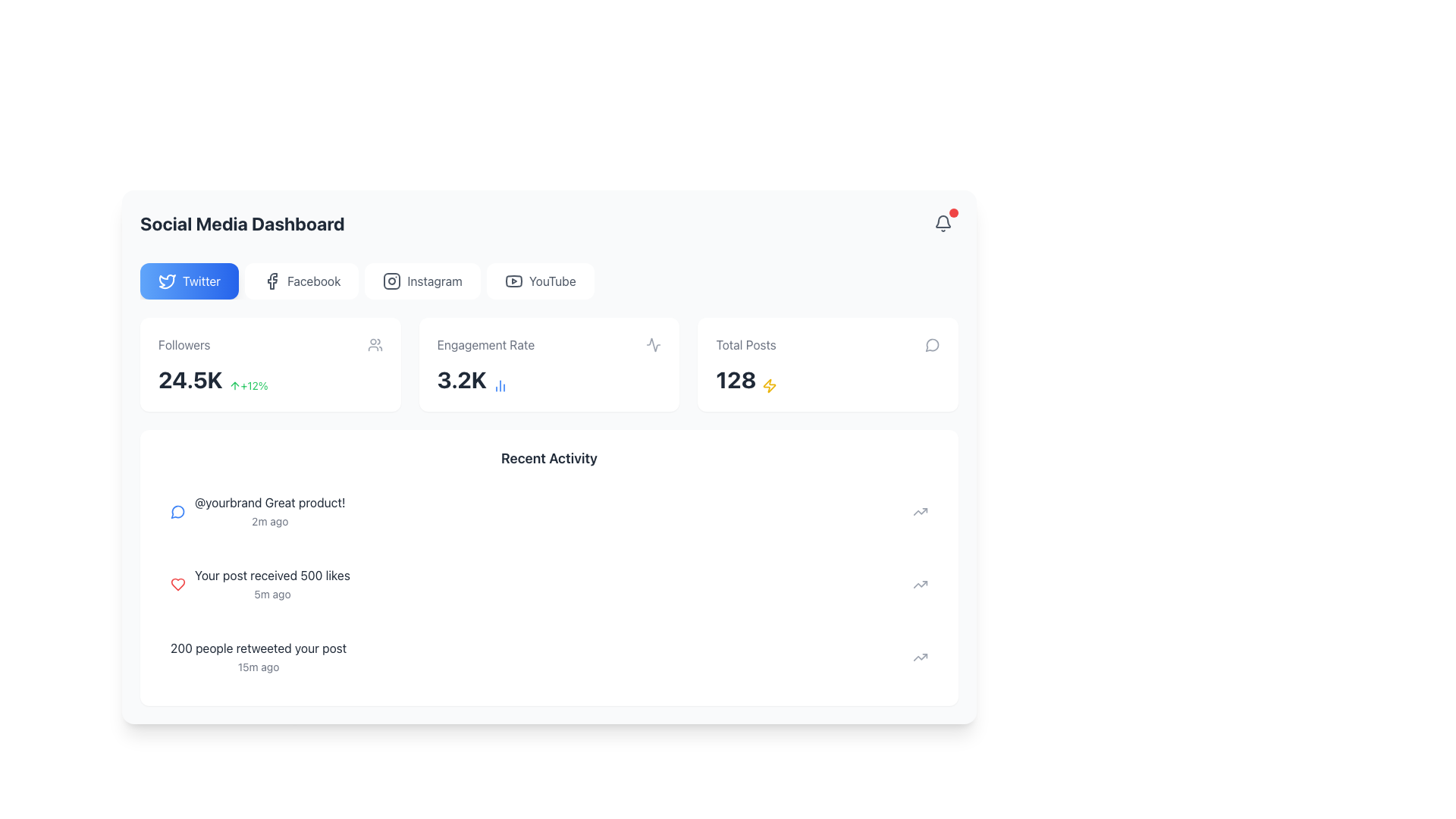 This screenshot has height=819, width=1456. What do you see at coordinates (952, 213) in the screenshot?
I see `the notification badge located in the top-right corner of the interface, aligned with the bell symbol to signify new or pending notifications` at bounding box center [952, 213].